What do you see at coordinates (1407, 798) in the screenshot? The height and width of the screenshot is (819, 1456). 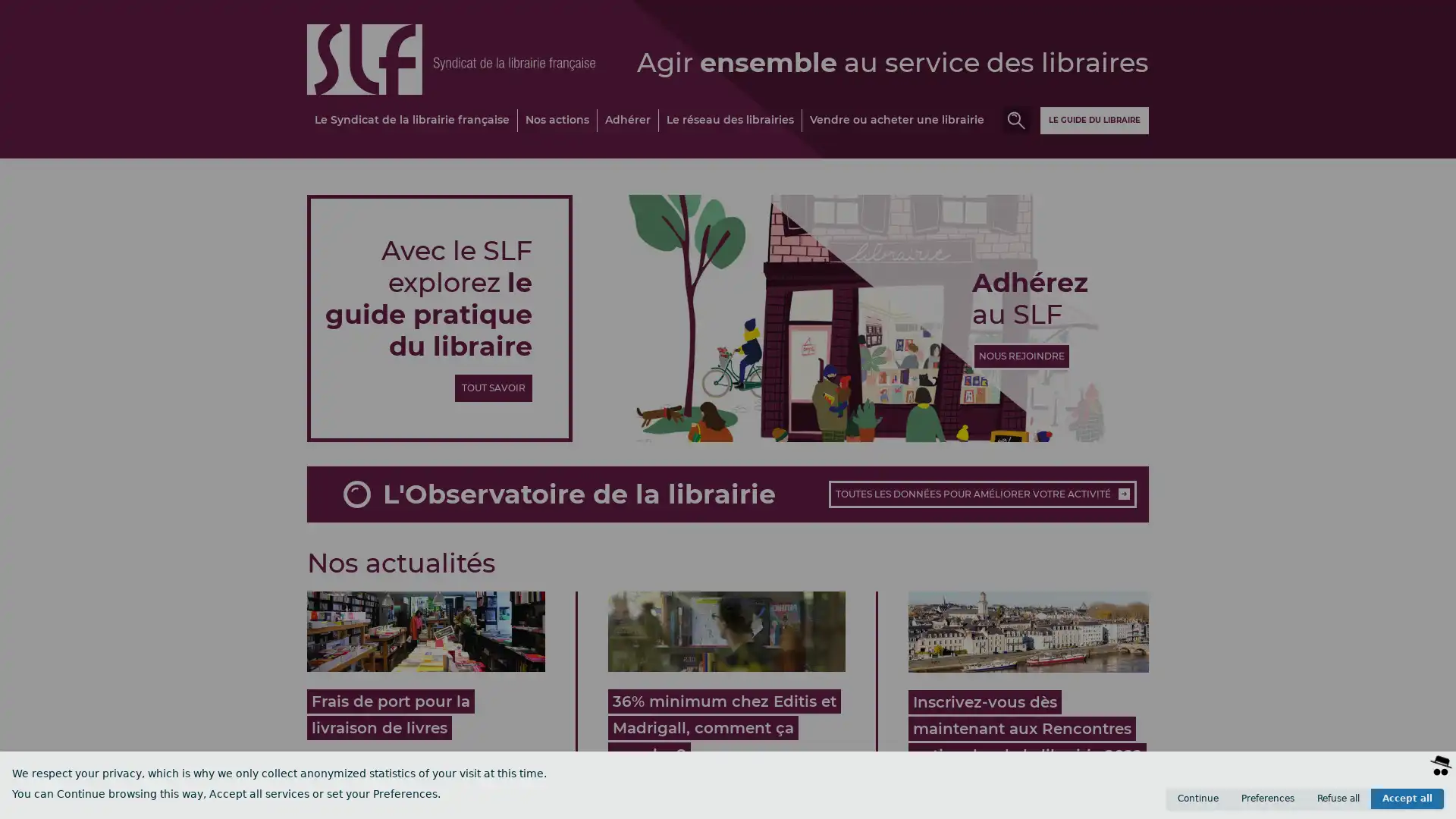 I see `Accept all` at bounding box center [1407, 798].